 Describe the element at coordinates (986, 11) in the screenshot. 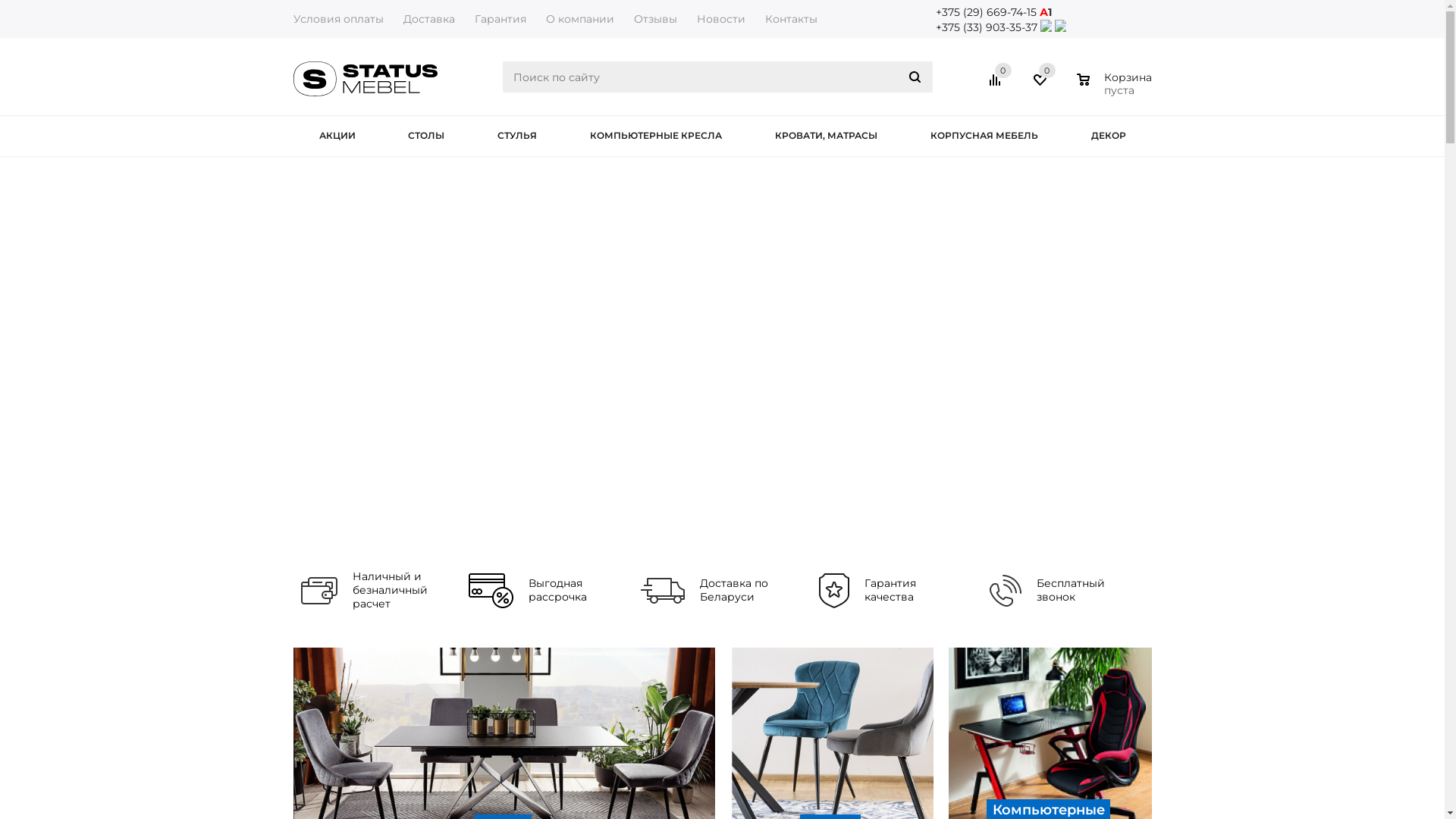

I see `'+375 (29) 669-74-15'` at that location.